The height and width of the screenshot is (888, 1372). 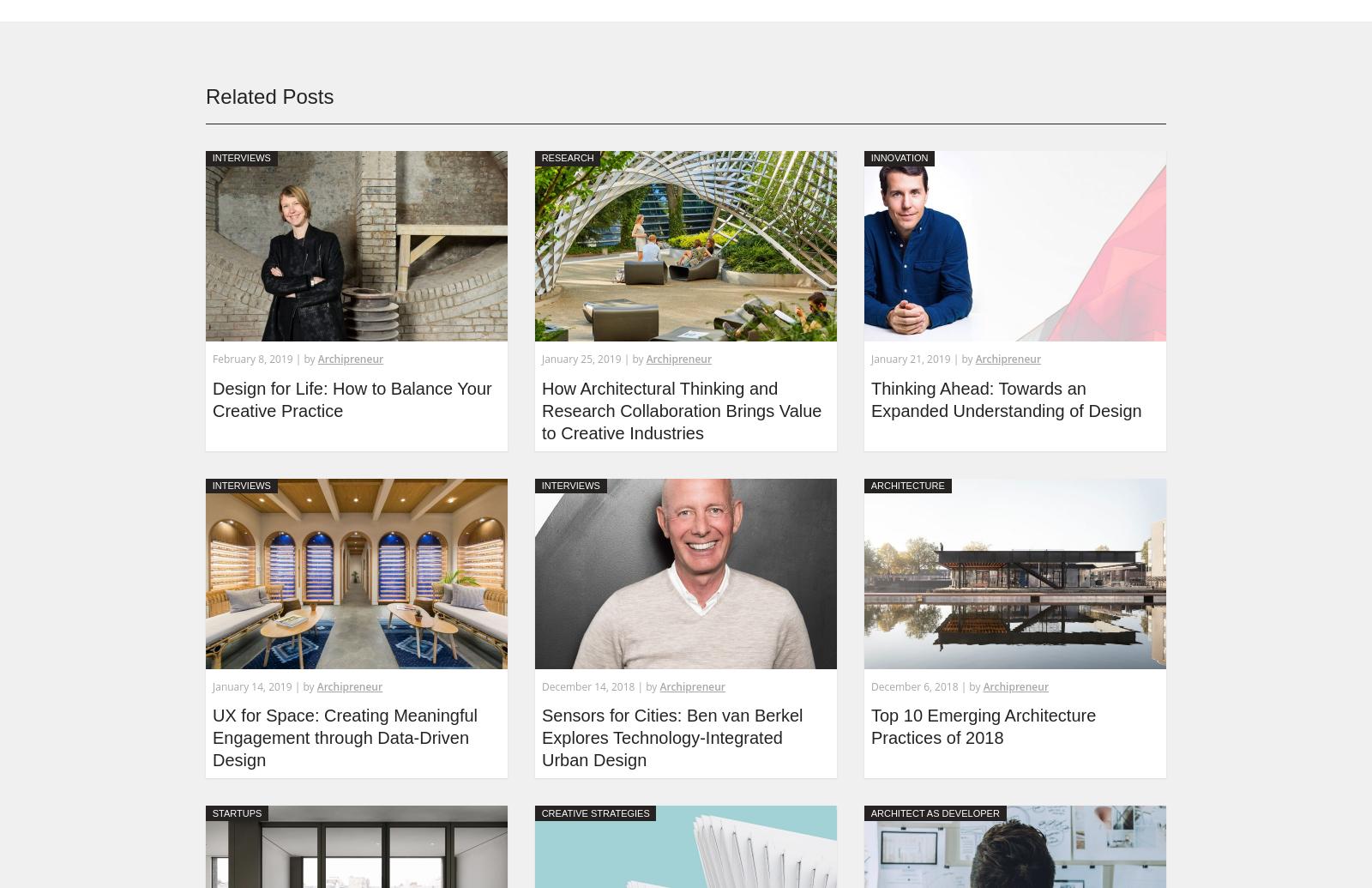 I want to click on 'Architecture', so click(x=907, y=484).